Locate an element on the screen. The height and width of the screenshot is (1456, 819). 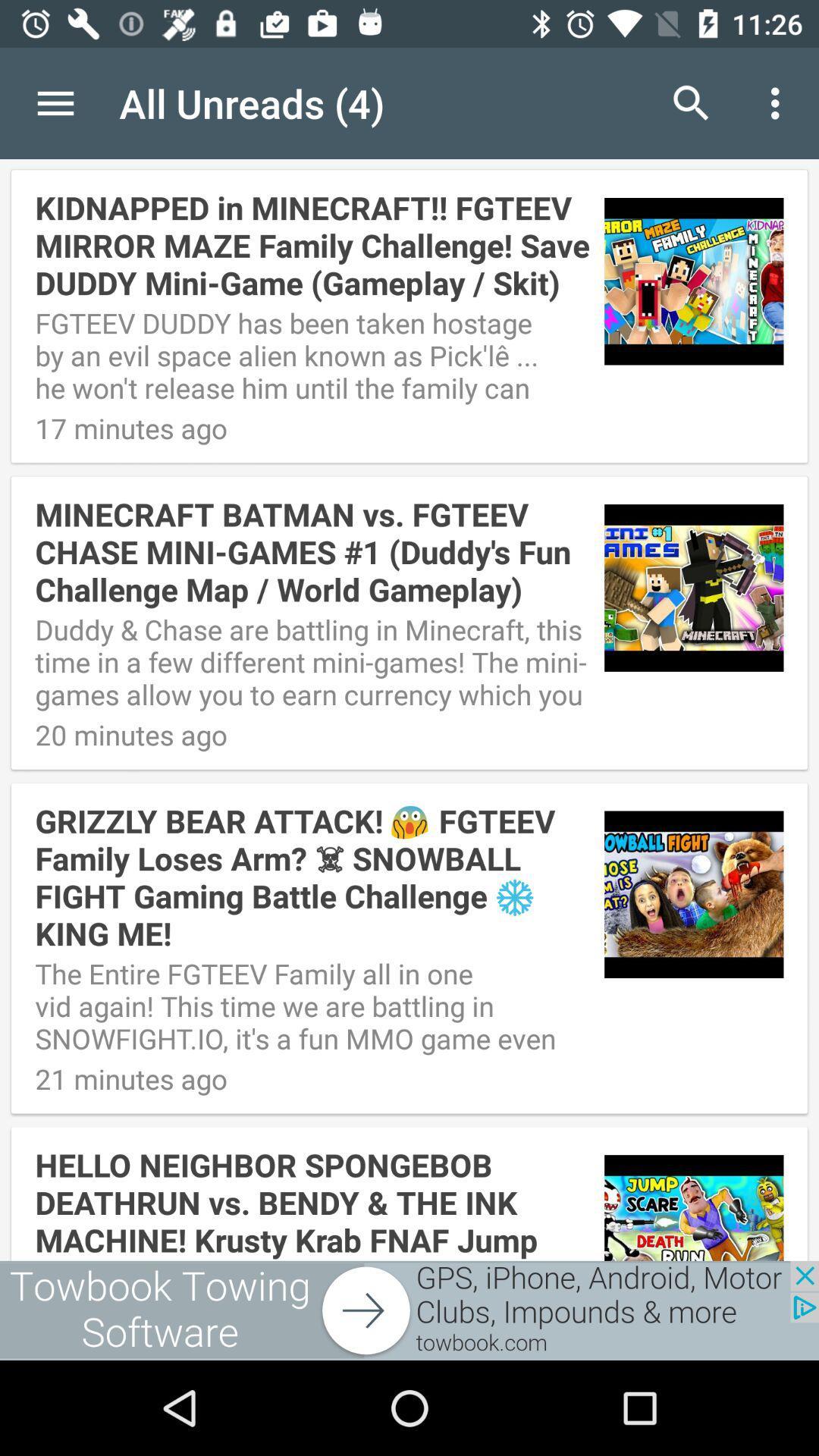
the fourth image which is on the bottom right corner of the page is located at coordinates (694, 1201).